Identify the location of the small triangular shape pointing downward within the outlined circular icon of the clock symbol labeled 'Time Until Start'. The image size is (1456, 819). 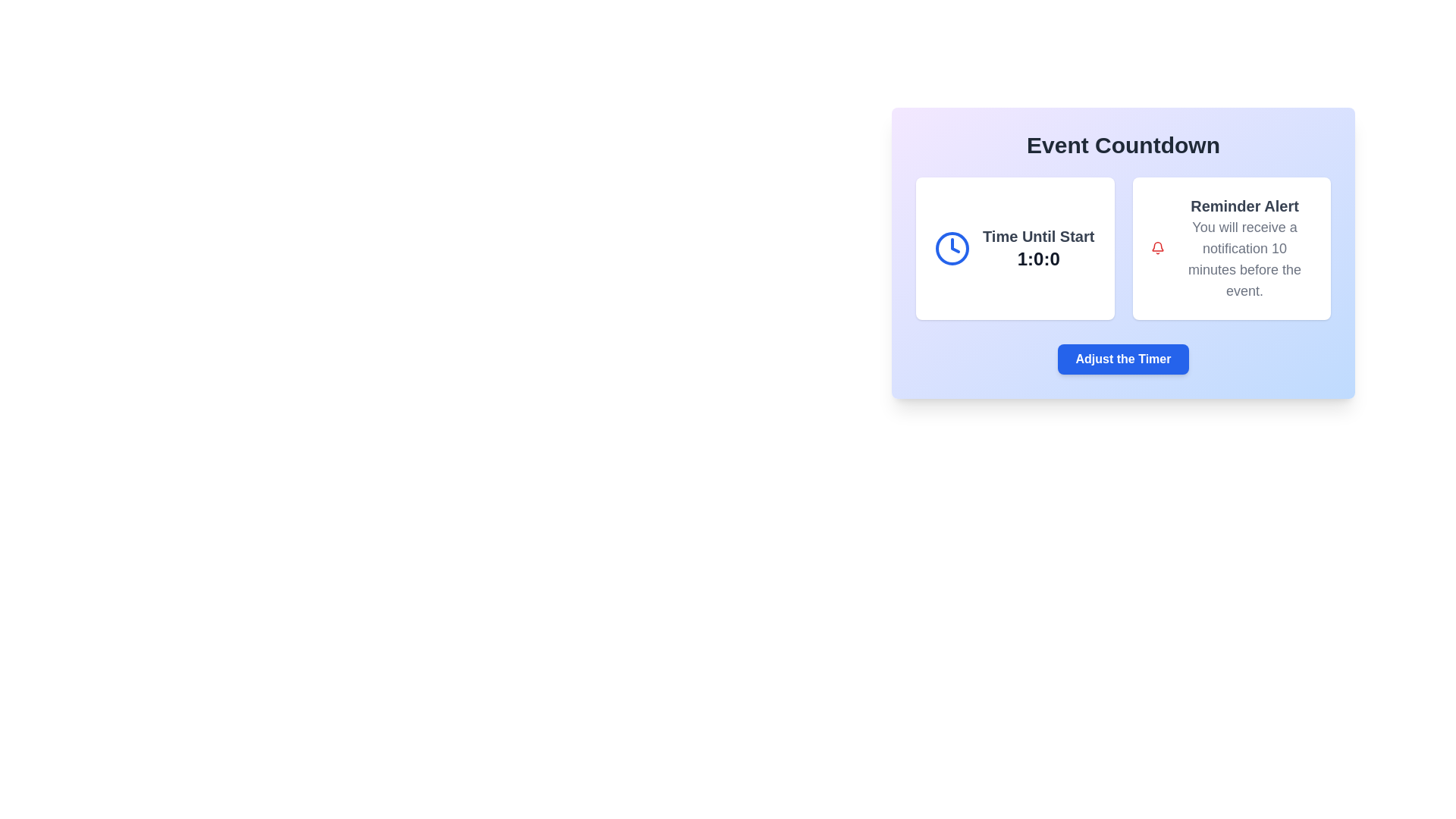
(954, 245).